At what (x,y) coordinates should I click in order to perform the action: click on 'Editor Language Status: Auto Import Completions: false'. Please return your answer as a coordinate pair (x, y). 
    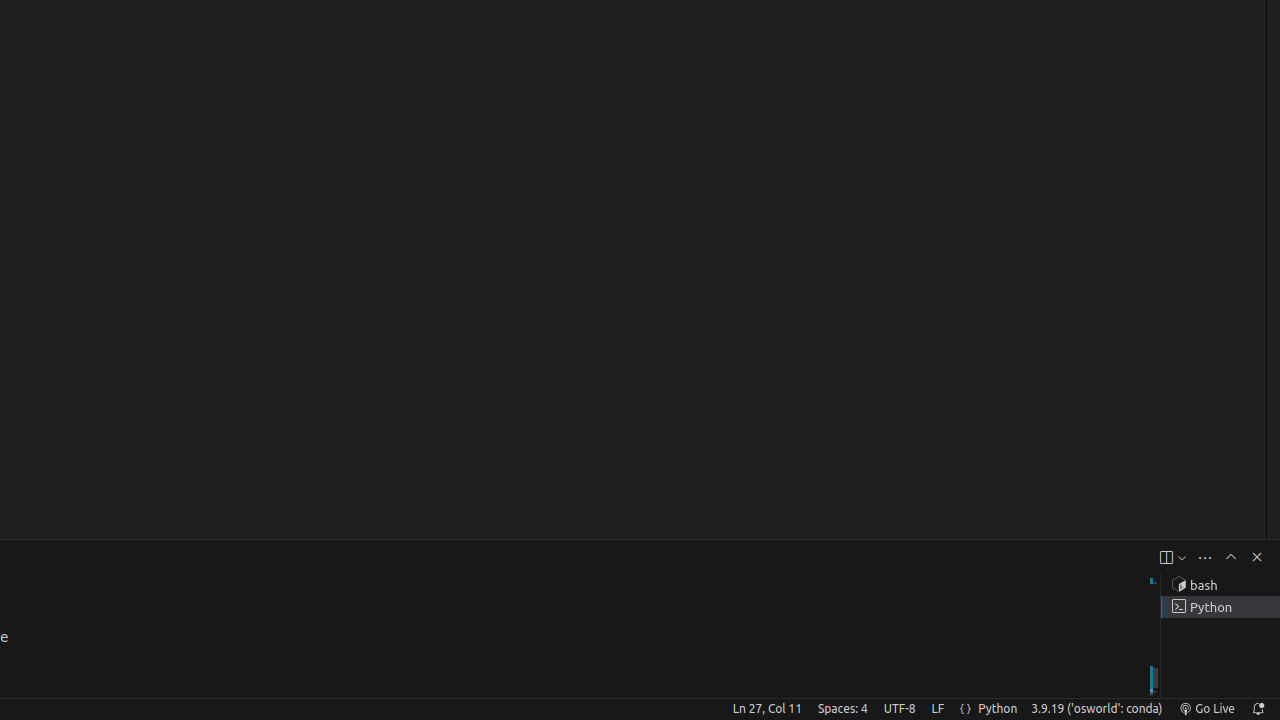
    Looking at the image, I should click on (965, 707).